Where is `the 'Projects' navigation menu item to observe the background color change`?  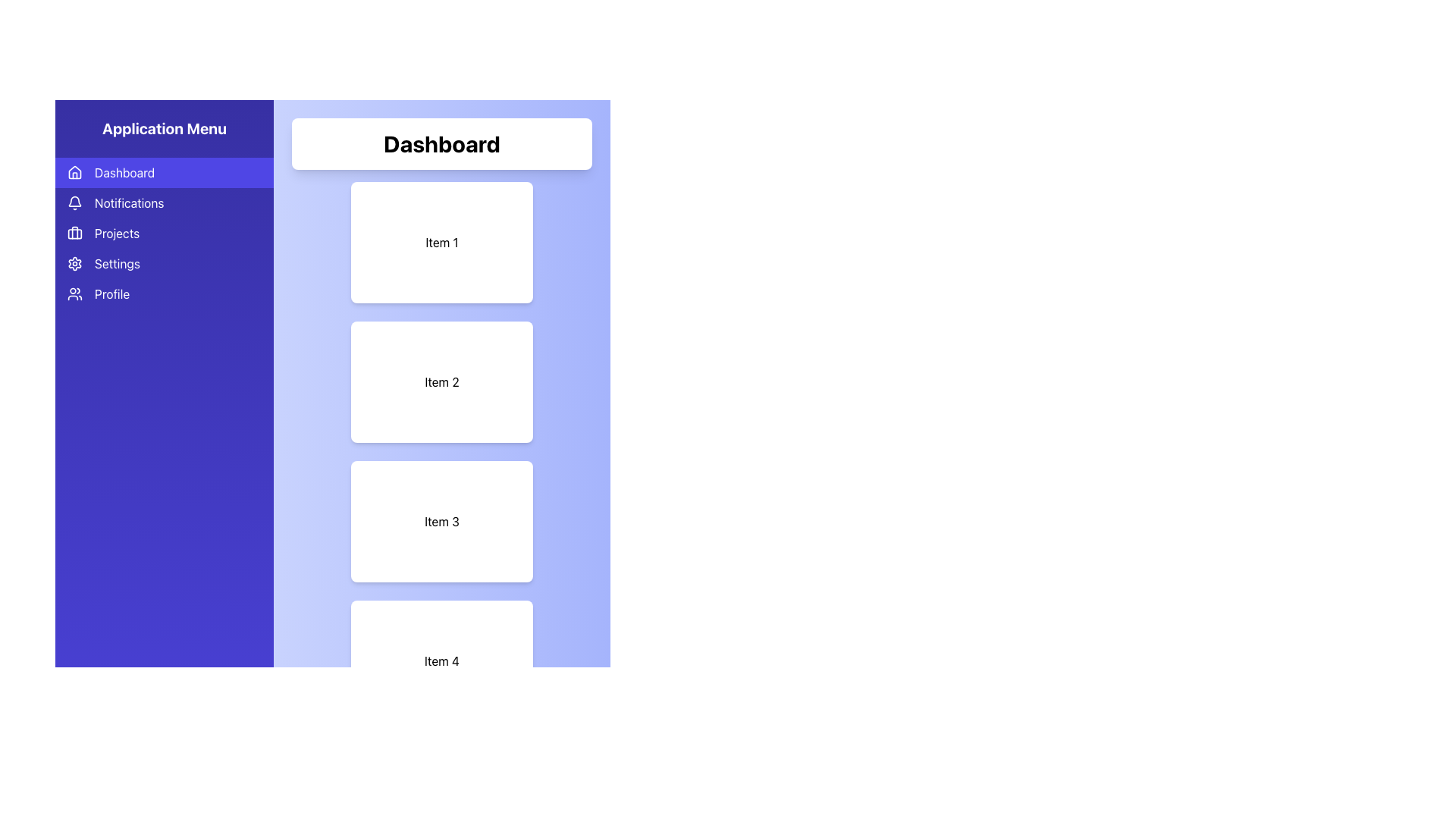
the 'Projects' navigation menu item to observe the background color change is located at coordinates (164, 234).